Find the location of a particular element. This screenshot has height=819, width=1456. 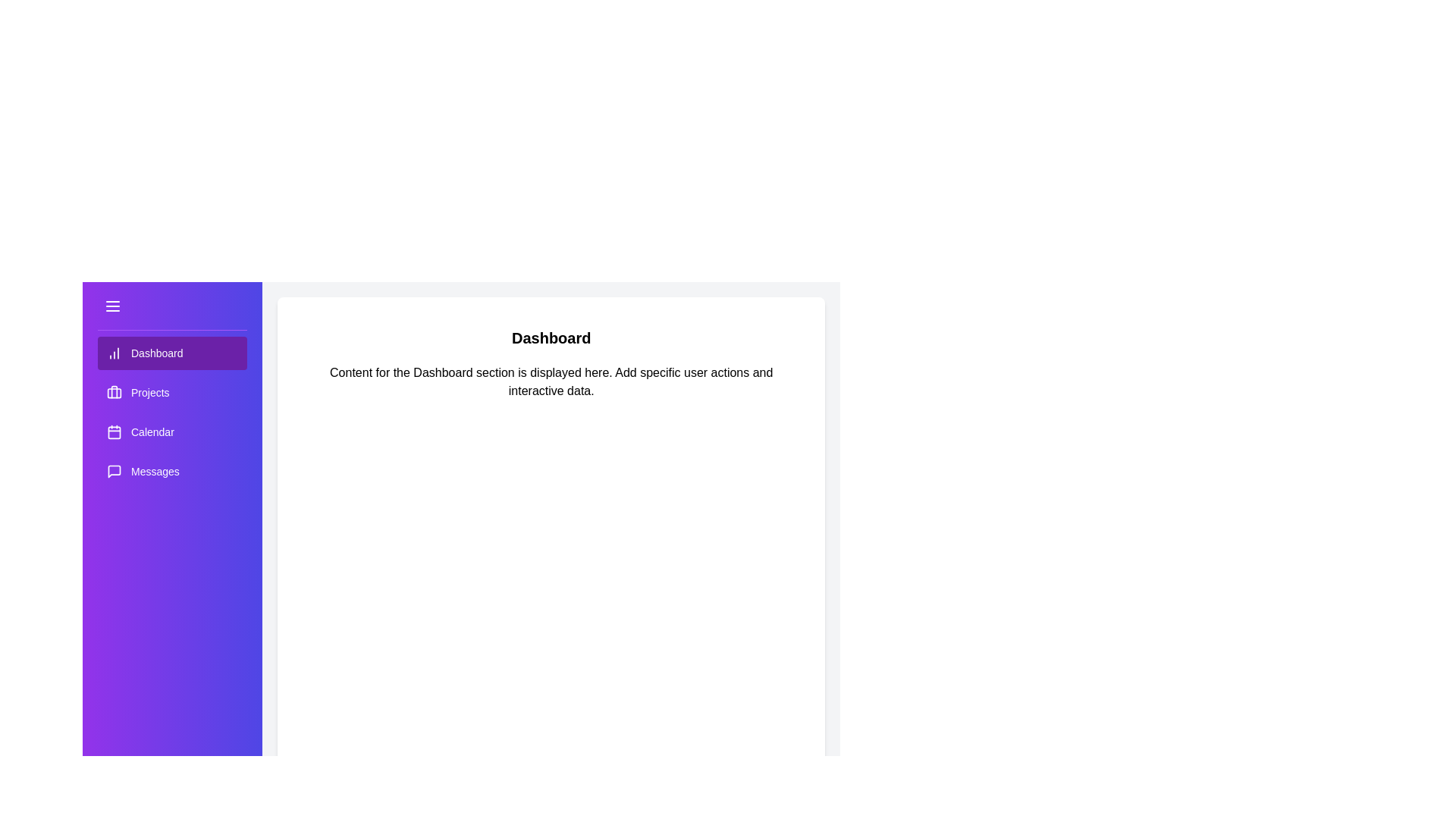

the menu item labeled Calendar to switch the content is located at coordinates (172, 432).